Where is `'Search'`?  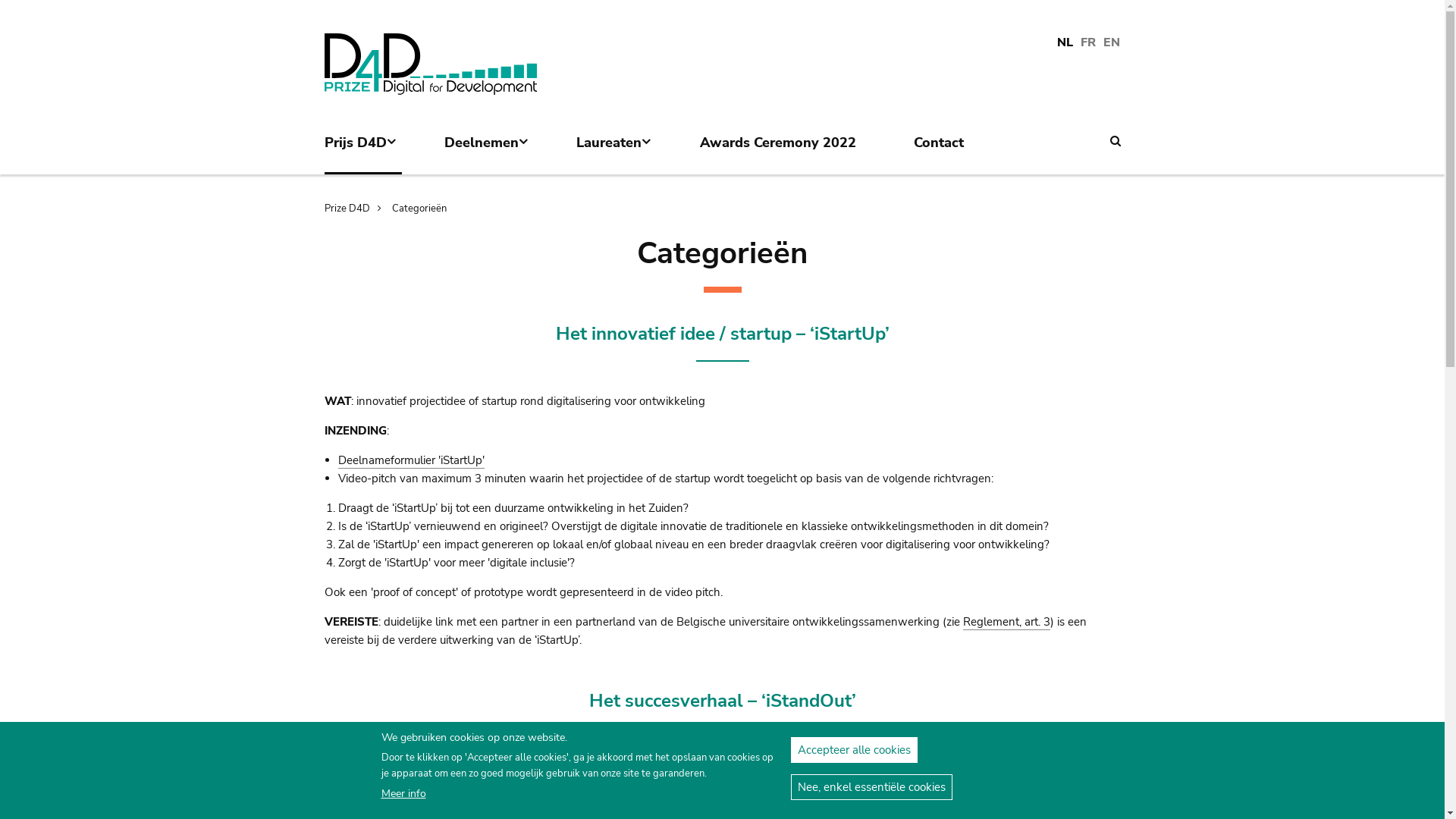 'Search' is located at coordinates (1115, 140).